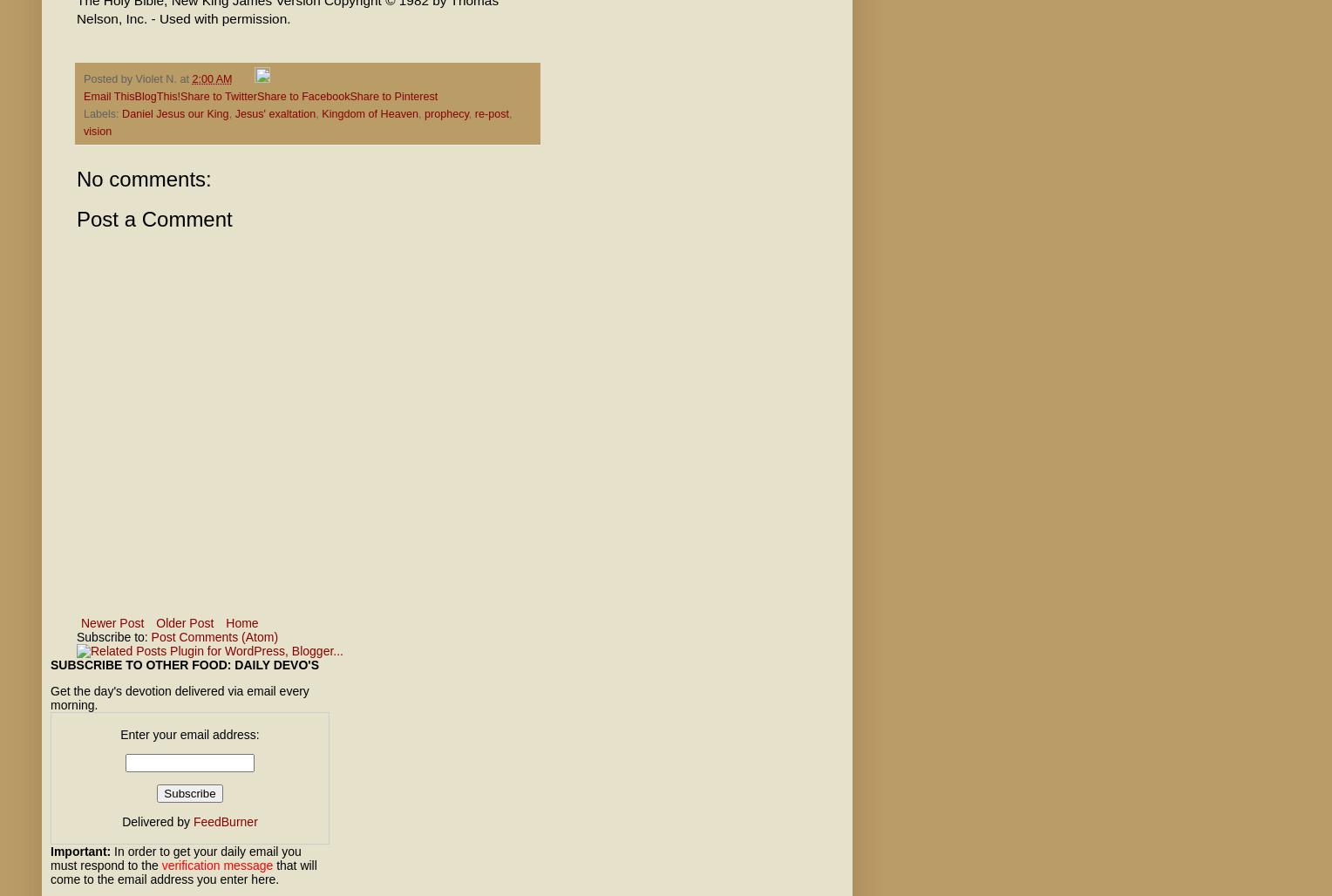 This screenshot has height=896, width=1332. Describe the element at coordinates (214, 636) in the screenshot. I see `'Post Comments (Atom)'` at that location.